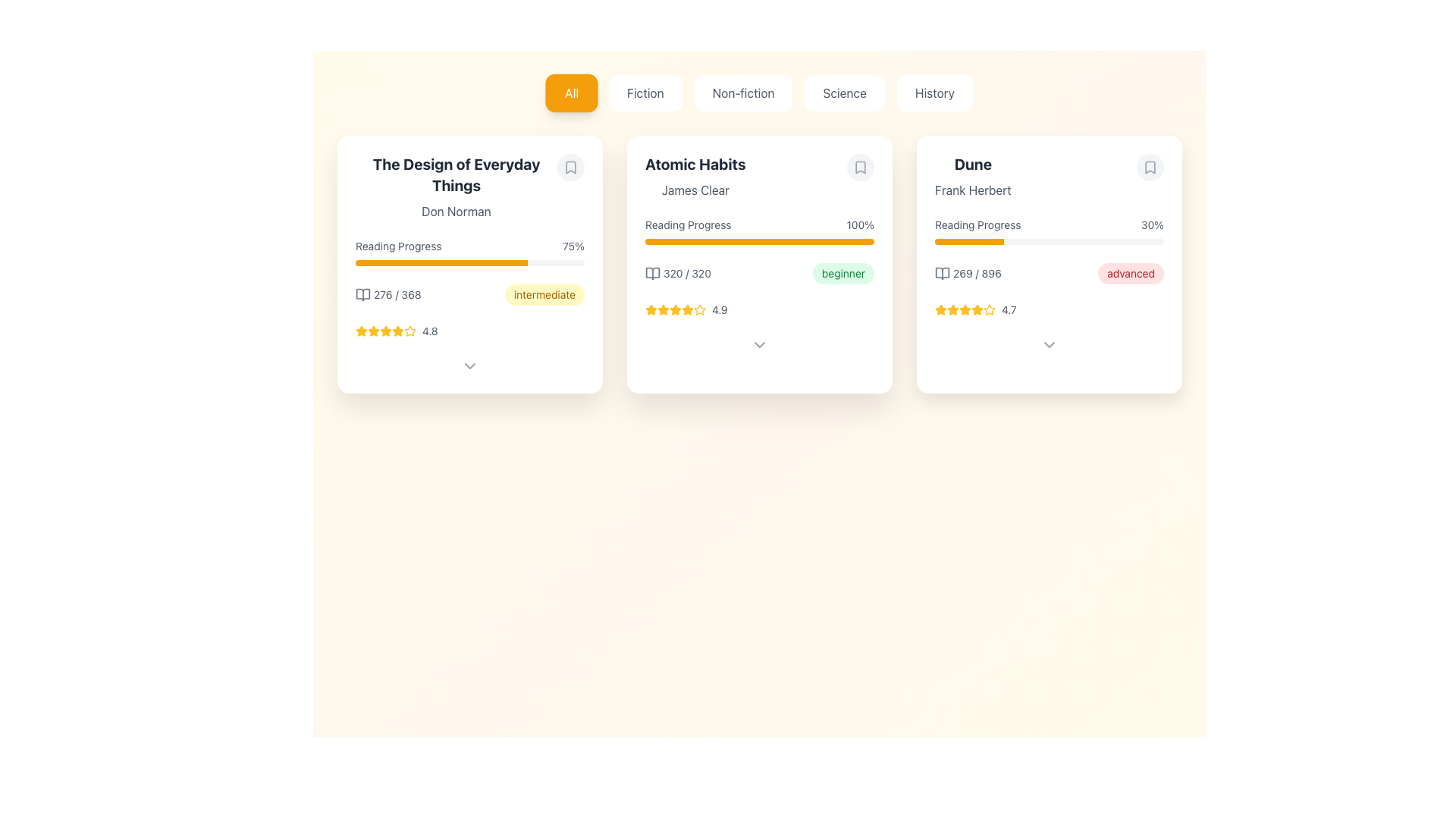  I want to click on the 'All' button, which is the first button in a group of category selectors located at the top-center of the interface, to observe any hover effects, so click(570, 93).